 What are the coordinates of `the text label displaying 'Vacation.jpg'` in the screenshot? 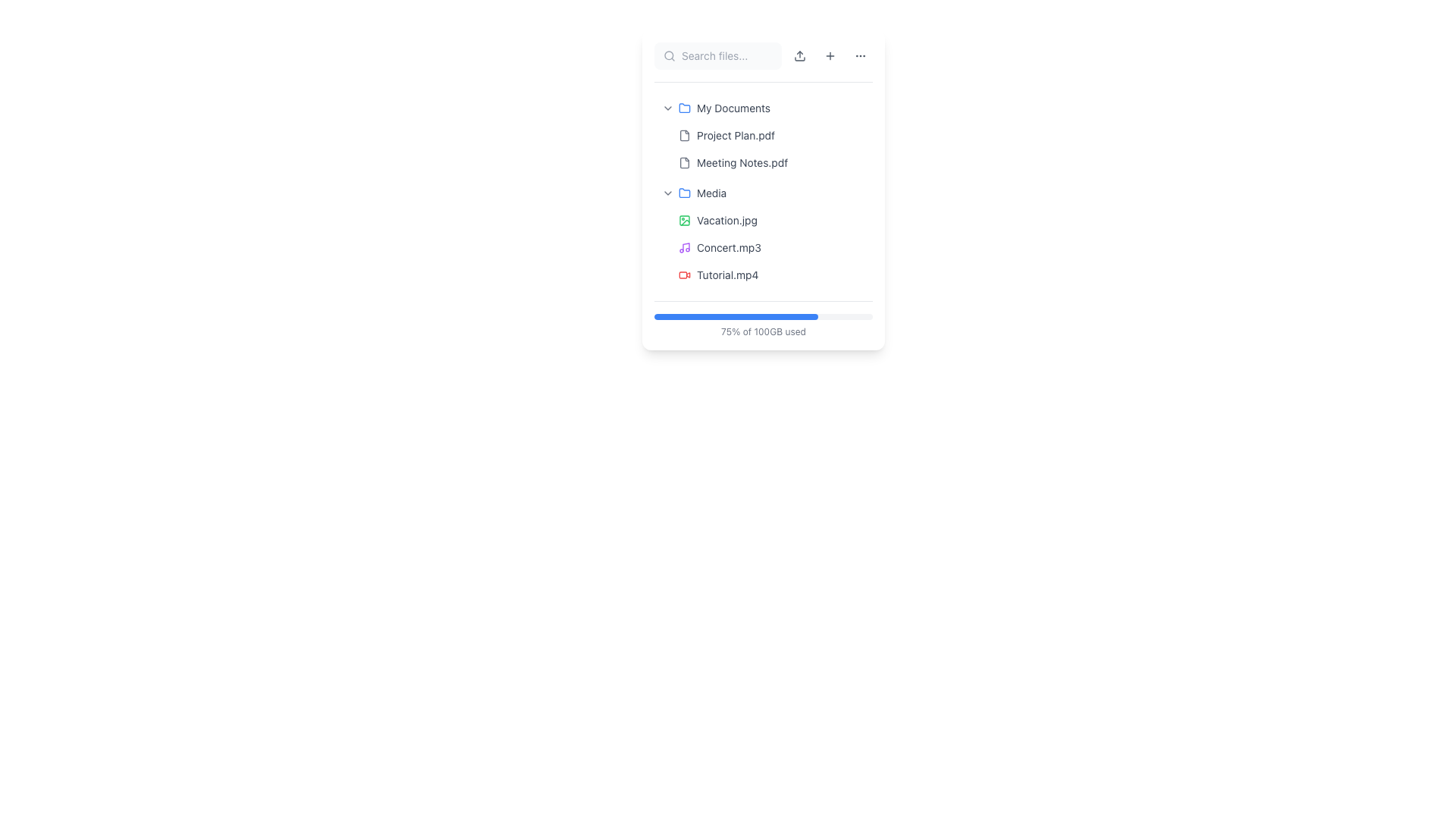 It's located at (726, 220).